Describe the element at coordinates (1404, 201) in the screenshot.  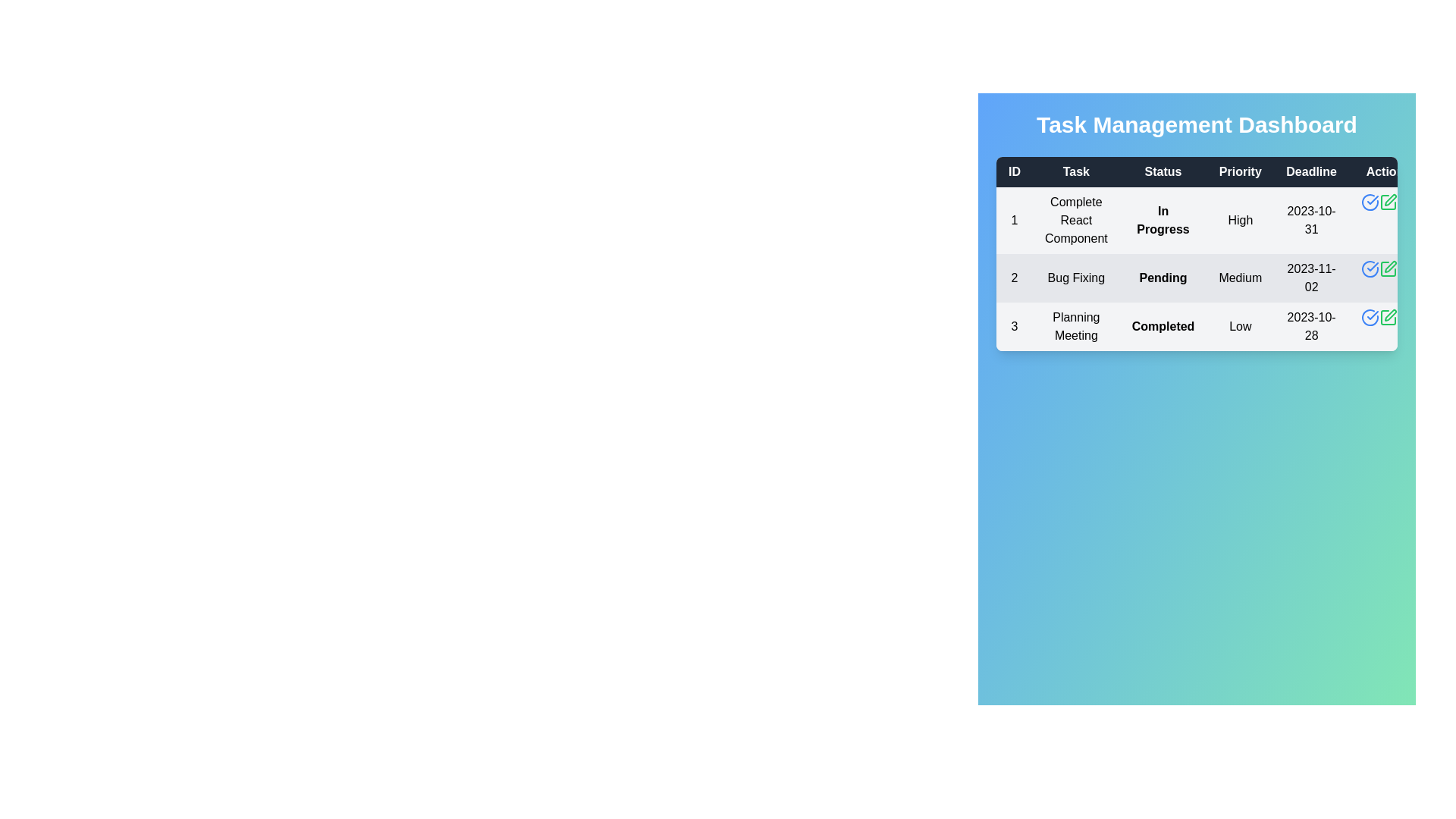
I see `the delete button for task 1` at that location.